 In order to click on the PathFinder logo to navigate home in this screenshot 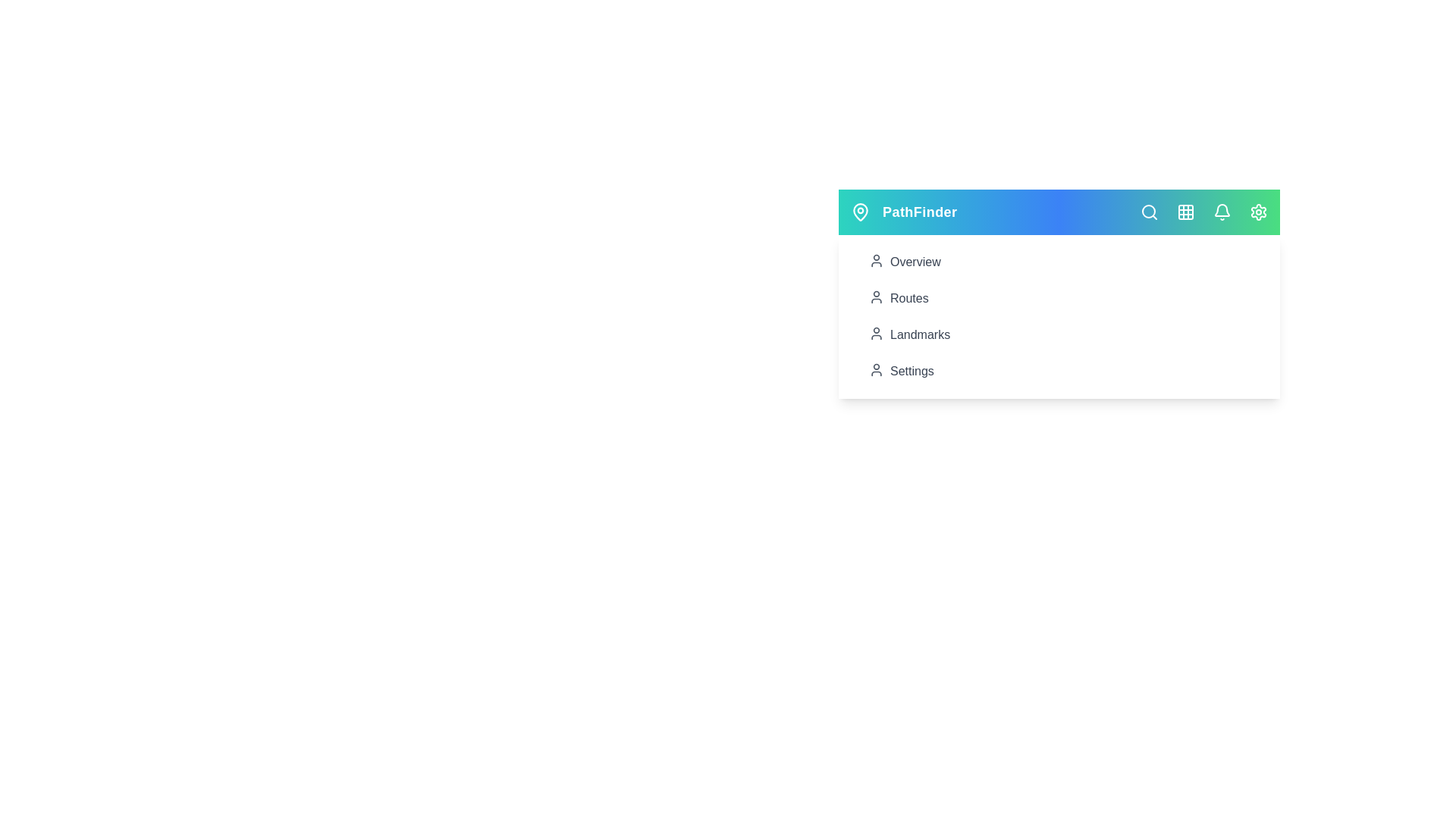, I will do `click(919, 212)`.